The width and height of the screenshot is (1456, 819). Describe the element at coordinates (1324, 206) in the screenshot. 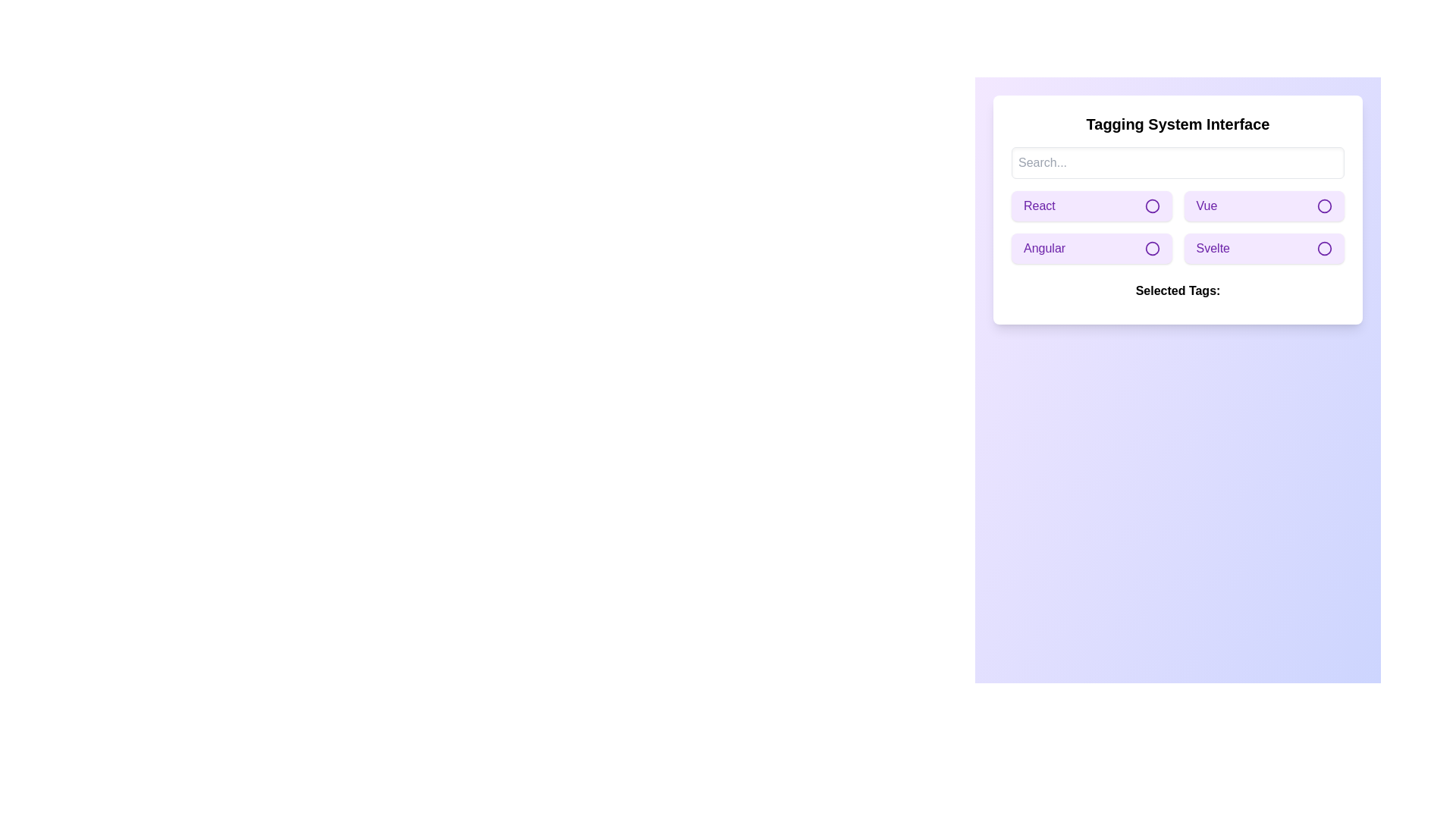

I see `the circular graphical element associated with the 'Vue' tag, located in the second row and second column of the tag selection interface` at that location.